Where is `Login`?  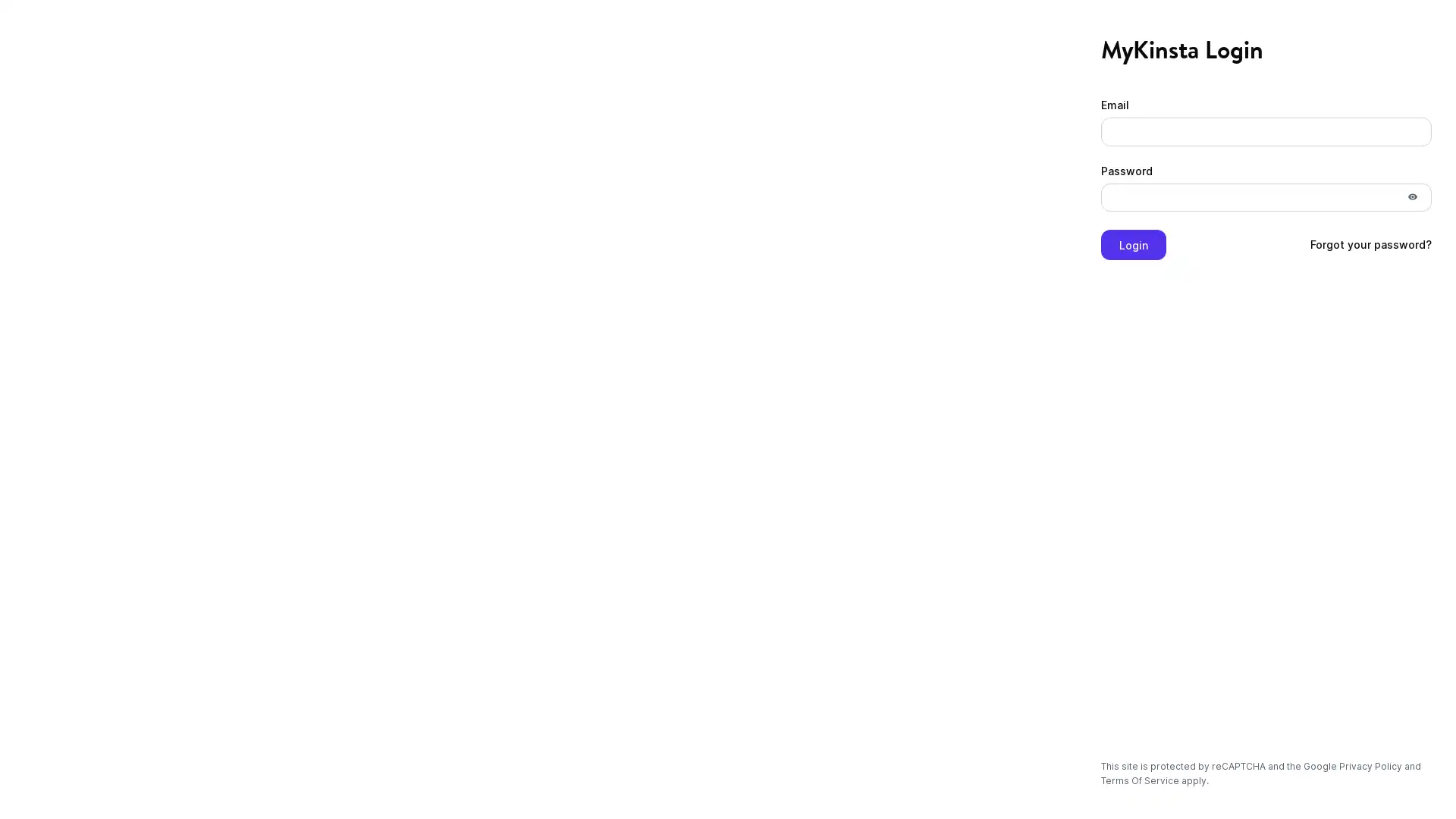 Login is located at coordinates (1133, 247).